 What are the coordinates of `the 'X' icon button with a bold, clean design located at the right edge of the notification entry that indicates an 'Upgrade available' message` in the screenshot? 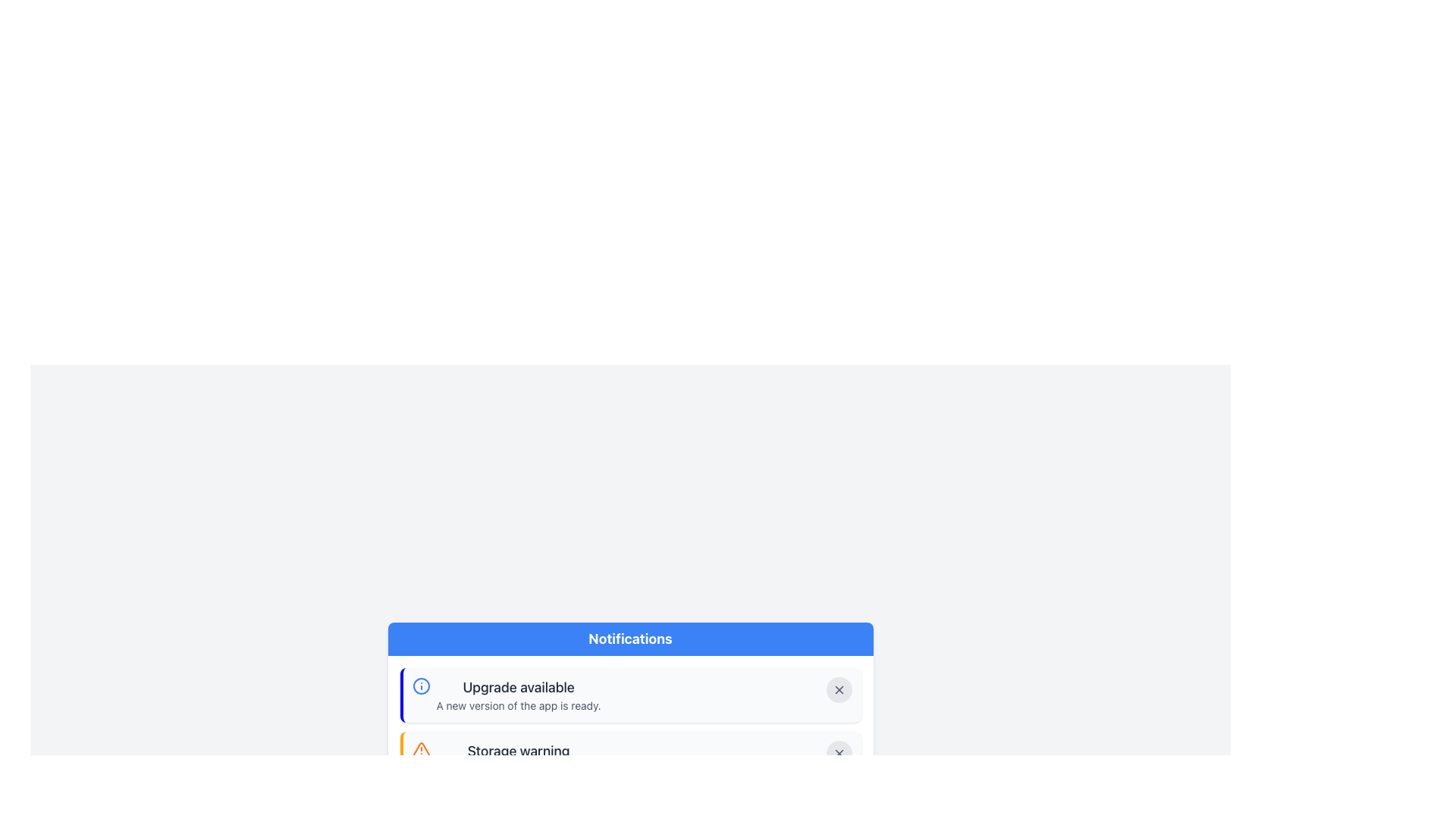 It's located at (838, 690).